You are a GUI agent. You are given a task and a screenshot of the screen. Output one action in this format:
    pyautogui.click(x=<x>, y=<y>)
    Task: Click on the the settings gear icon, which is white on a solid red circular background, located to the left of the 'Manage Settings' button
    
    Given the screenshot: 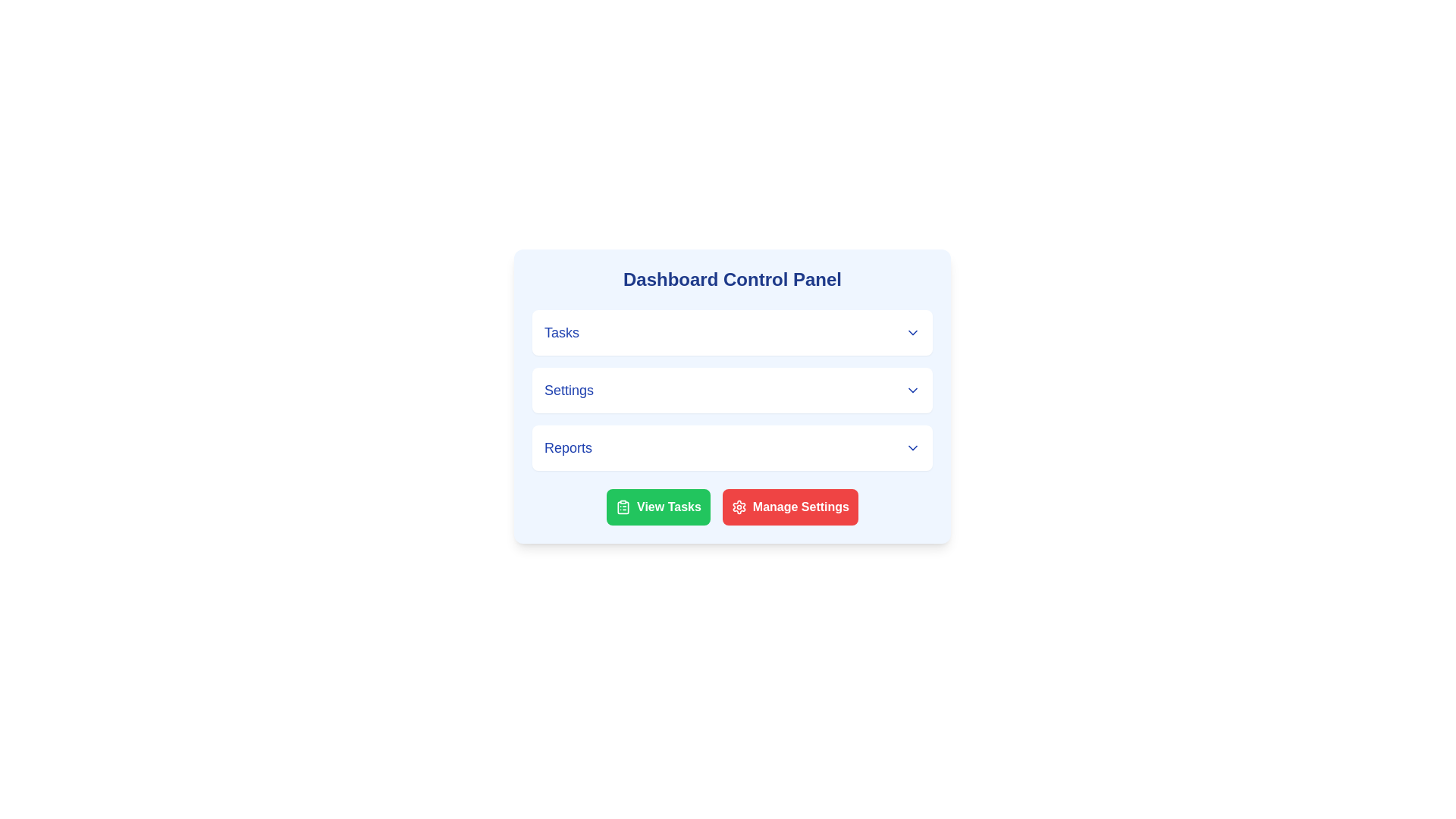 What is the action you would take?
    pyautogui.click(x=739, y=507)
    